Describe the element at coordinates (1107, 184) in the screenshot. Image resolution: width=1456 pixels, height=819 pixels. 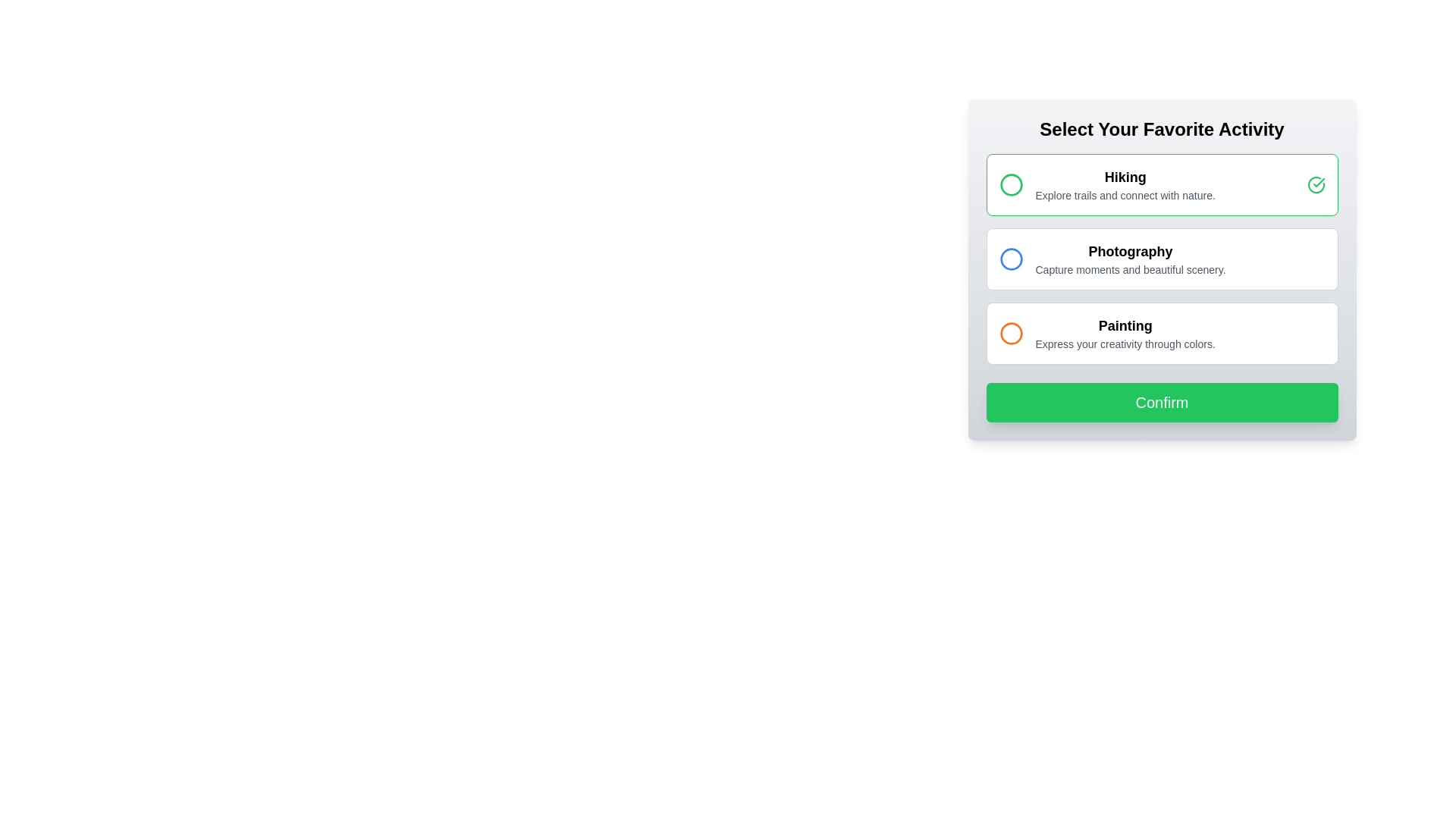
I see `the radio button for 'Hiking' in the selection menu titled 'Select Your Favorite Activity' for navigation` at that location.